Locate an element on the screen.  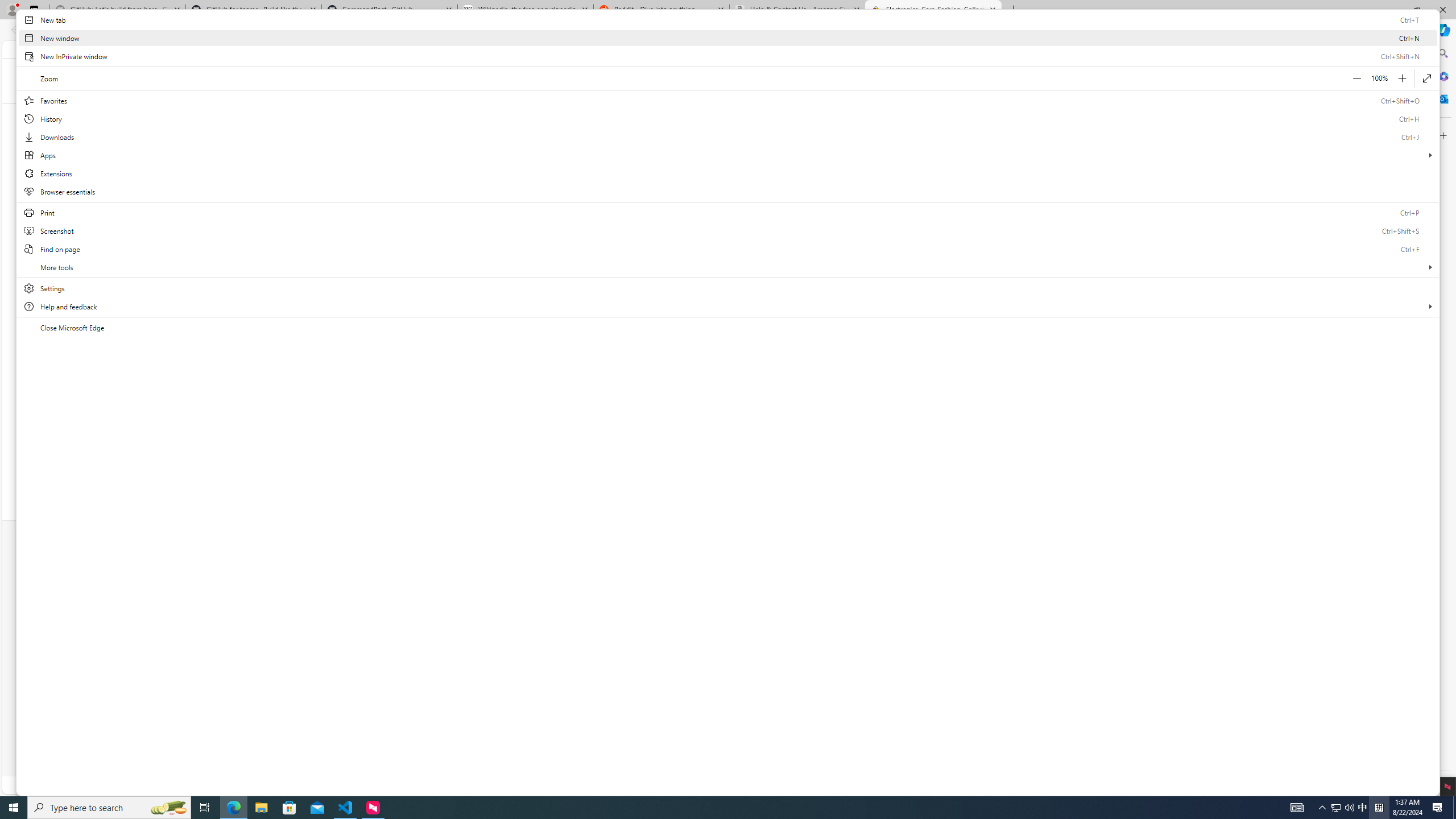
'Reddit - Dive into anything' is located at coordinates (660, 9).